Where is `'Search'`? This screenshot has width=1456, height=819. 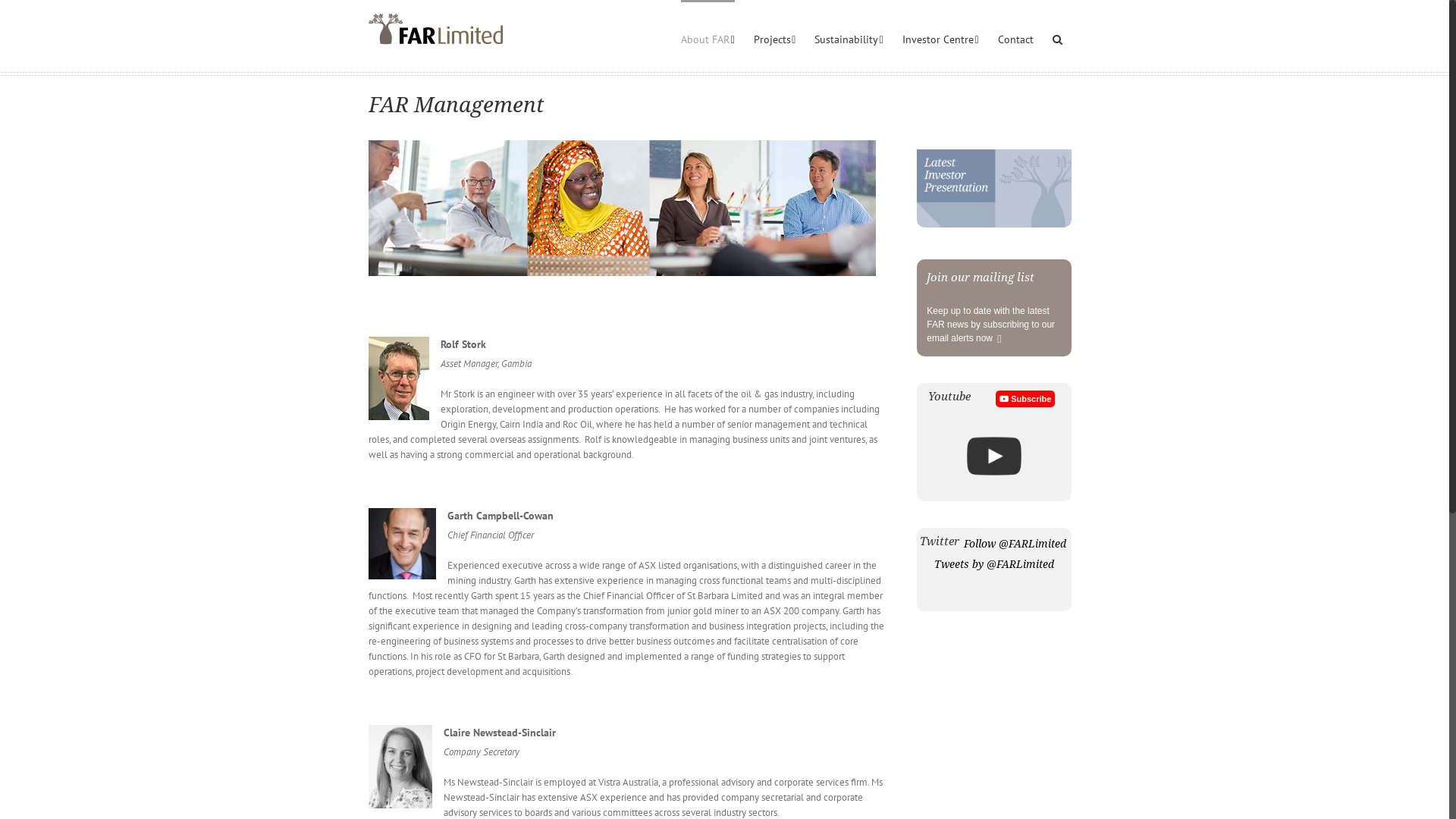 'Search' is located at coordinates (1056, 37).